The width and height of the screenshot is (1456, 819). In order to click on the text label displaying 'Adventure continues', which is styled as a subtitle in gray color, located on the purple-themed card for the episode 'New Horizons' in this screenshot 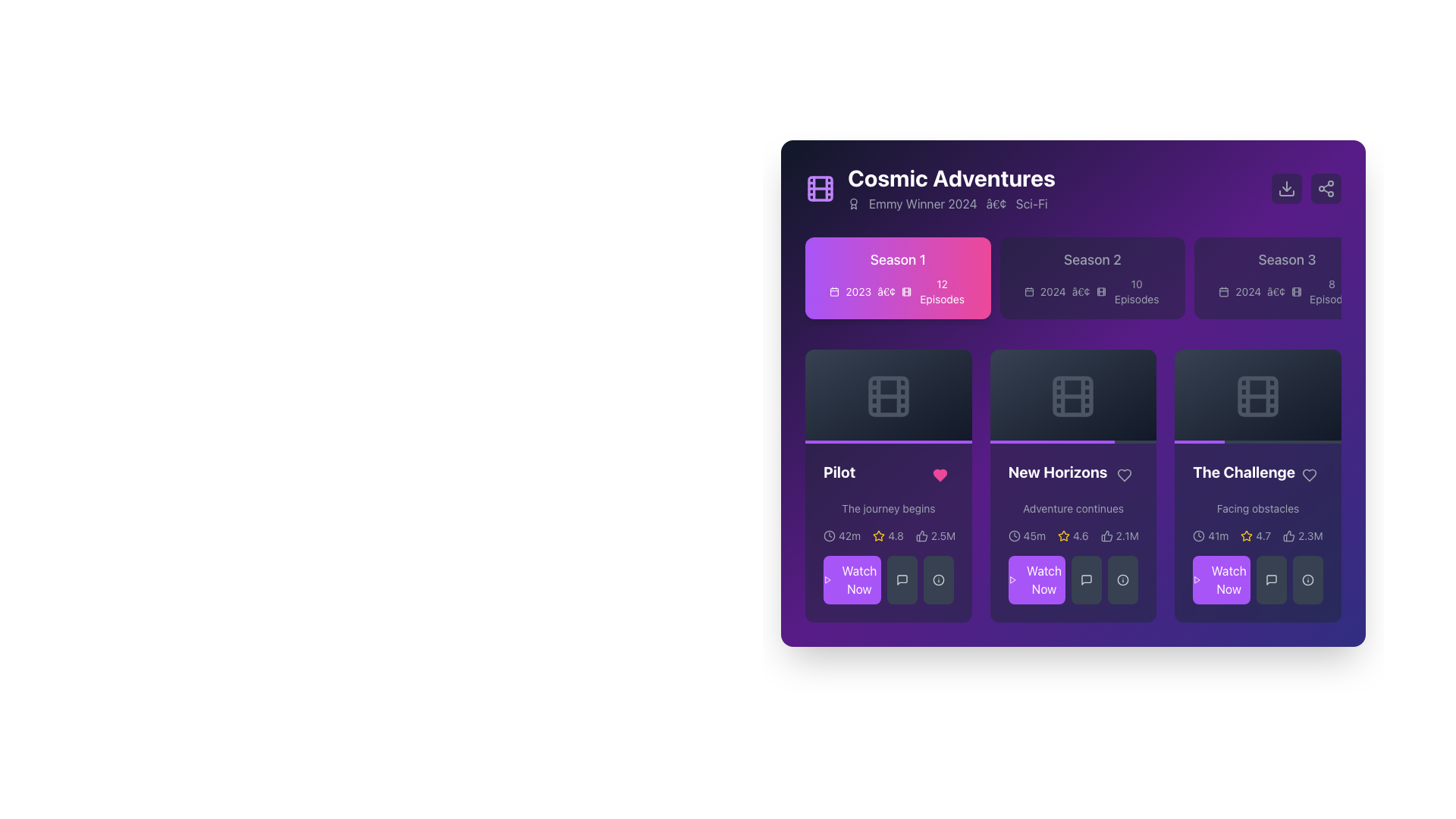, I will do `click(1072, 508)`.